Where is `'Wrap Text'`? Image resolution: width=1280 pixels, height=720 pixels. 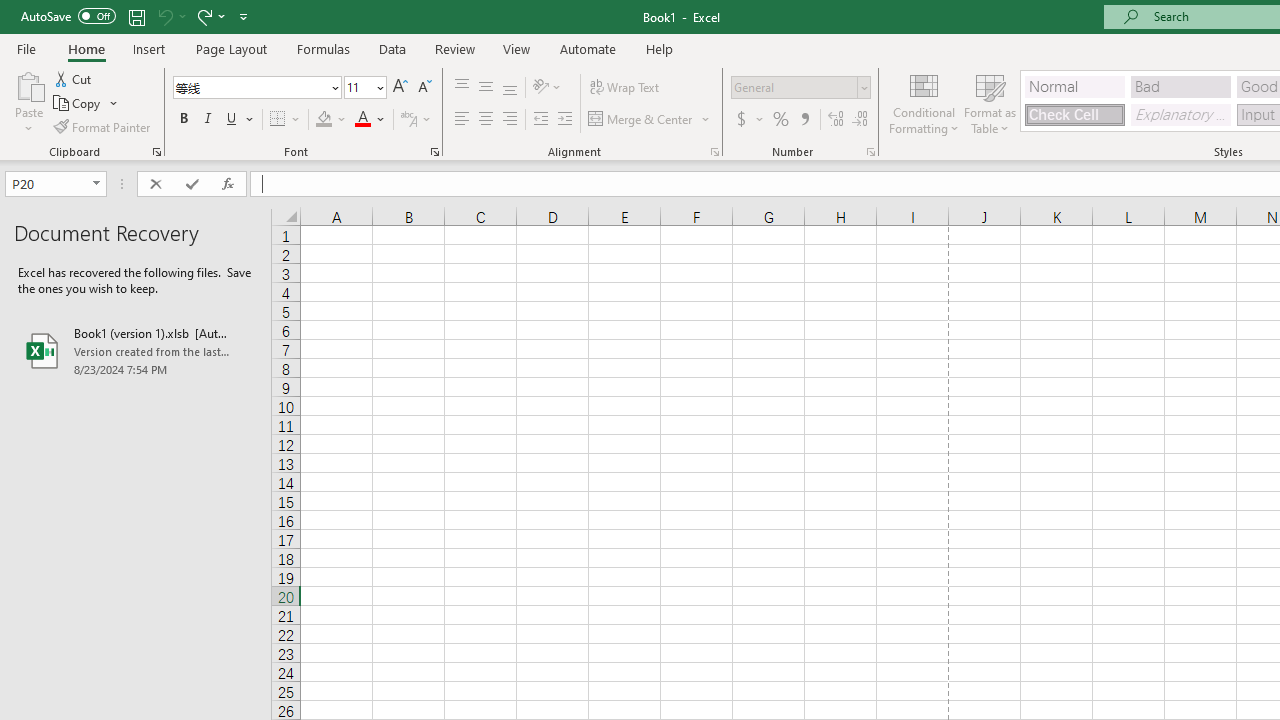
'Wrap Text' is located at coordinates (624, 86).